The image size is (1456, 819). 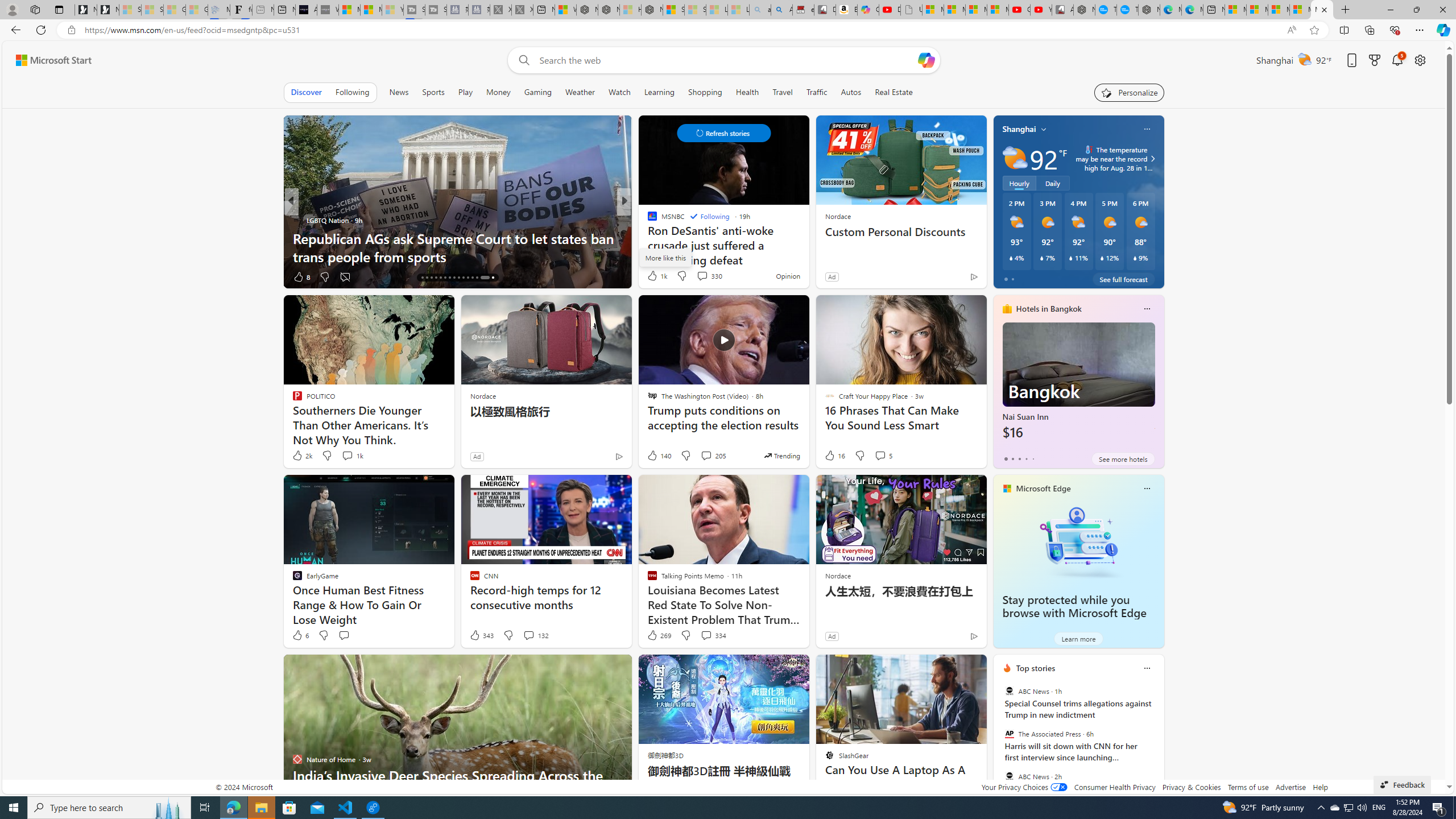 I want to click on 'Class: weather-current-precipitation-glyph', so click(x=1134, y=257).